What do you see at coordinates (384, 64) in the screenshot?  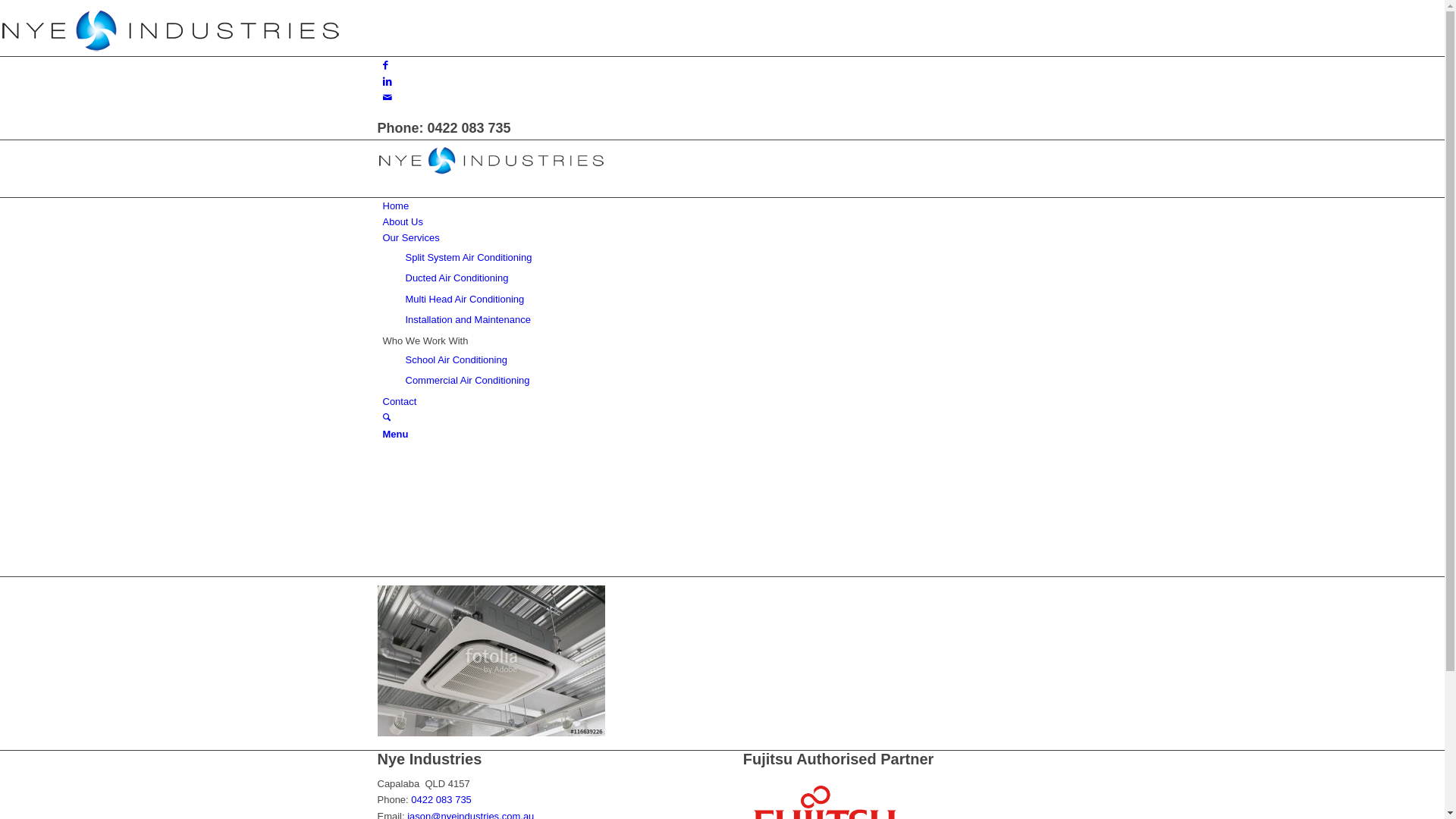 I see `'Facebook'` at bounding box center [384, 64].